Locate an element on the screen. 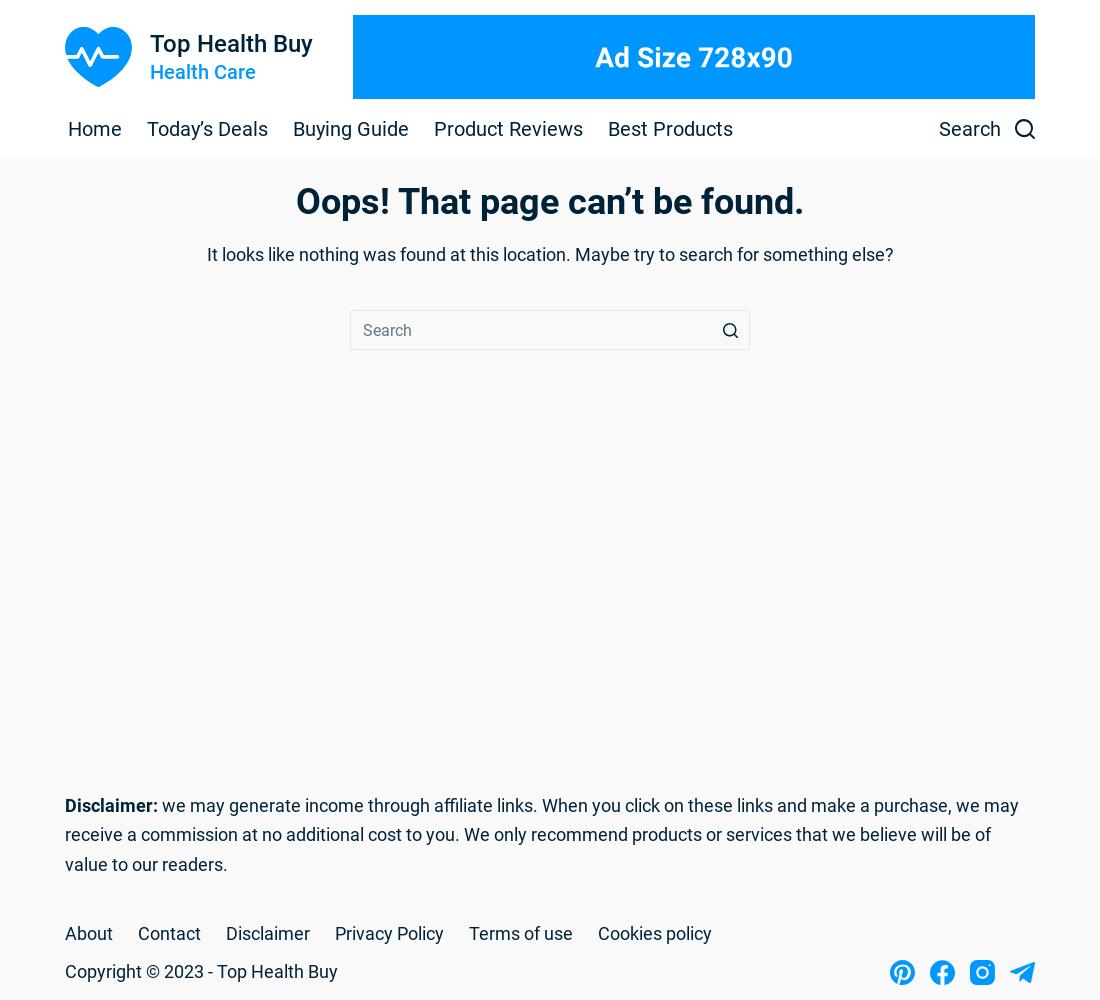 The width and height of the screenshot is (1100, 1000). 'we may generate income through affiliate links. When you click on these links and make a purchase, we may receive a commission at no additional cost to you. We only recommend products or services that we believe will be of value to our readers.' is located at coordinates (541, 833).